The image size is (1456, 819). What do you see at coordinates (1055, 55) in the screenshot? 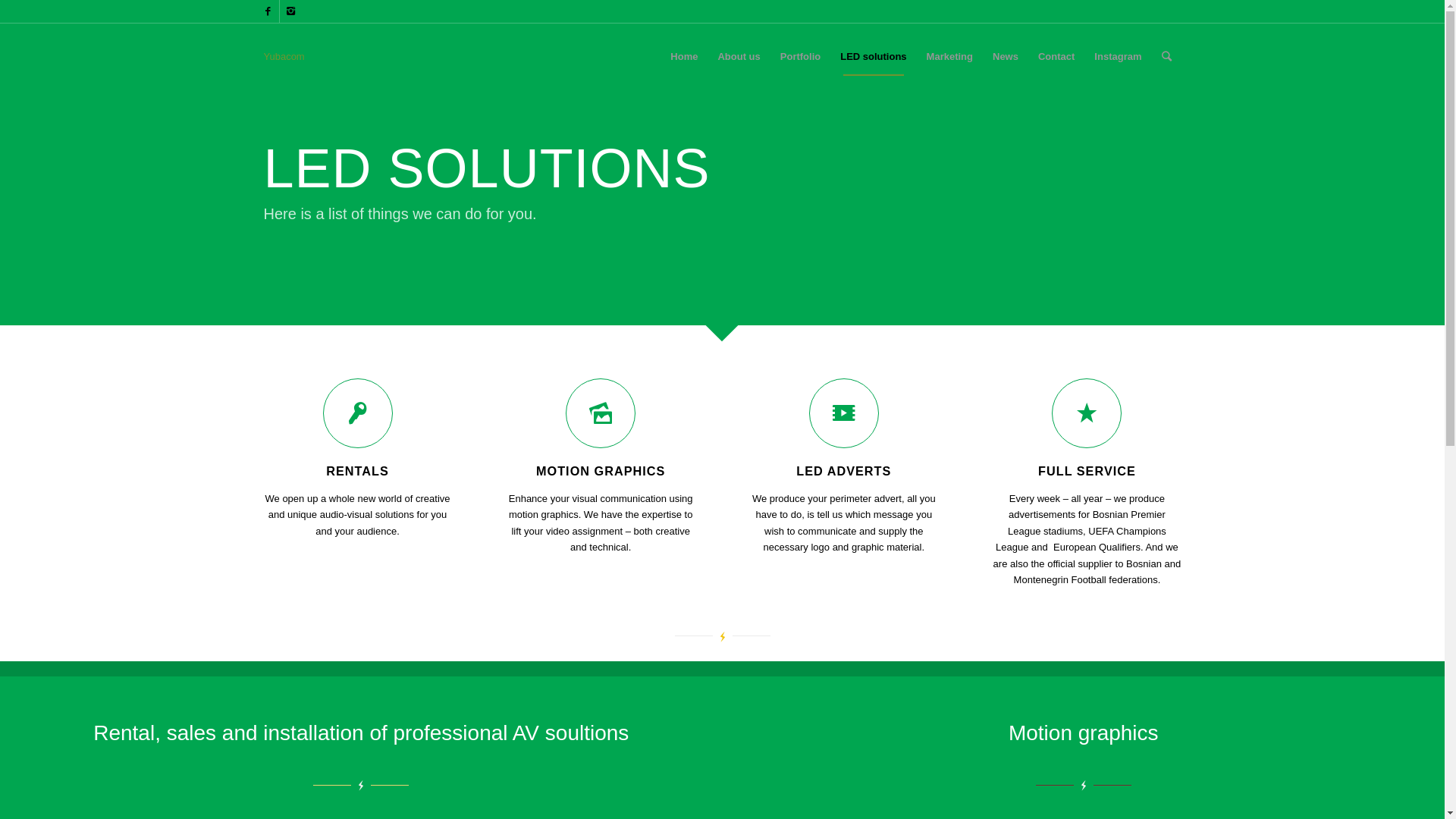
I see `'Contact'` at bounding box center [1055, 55].